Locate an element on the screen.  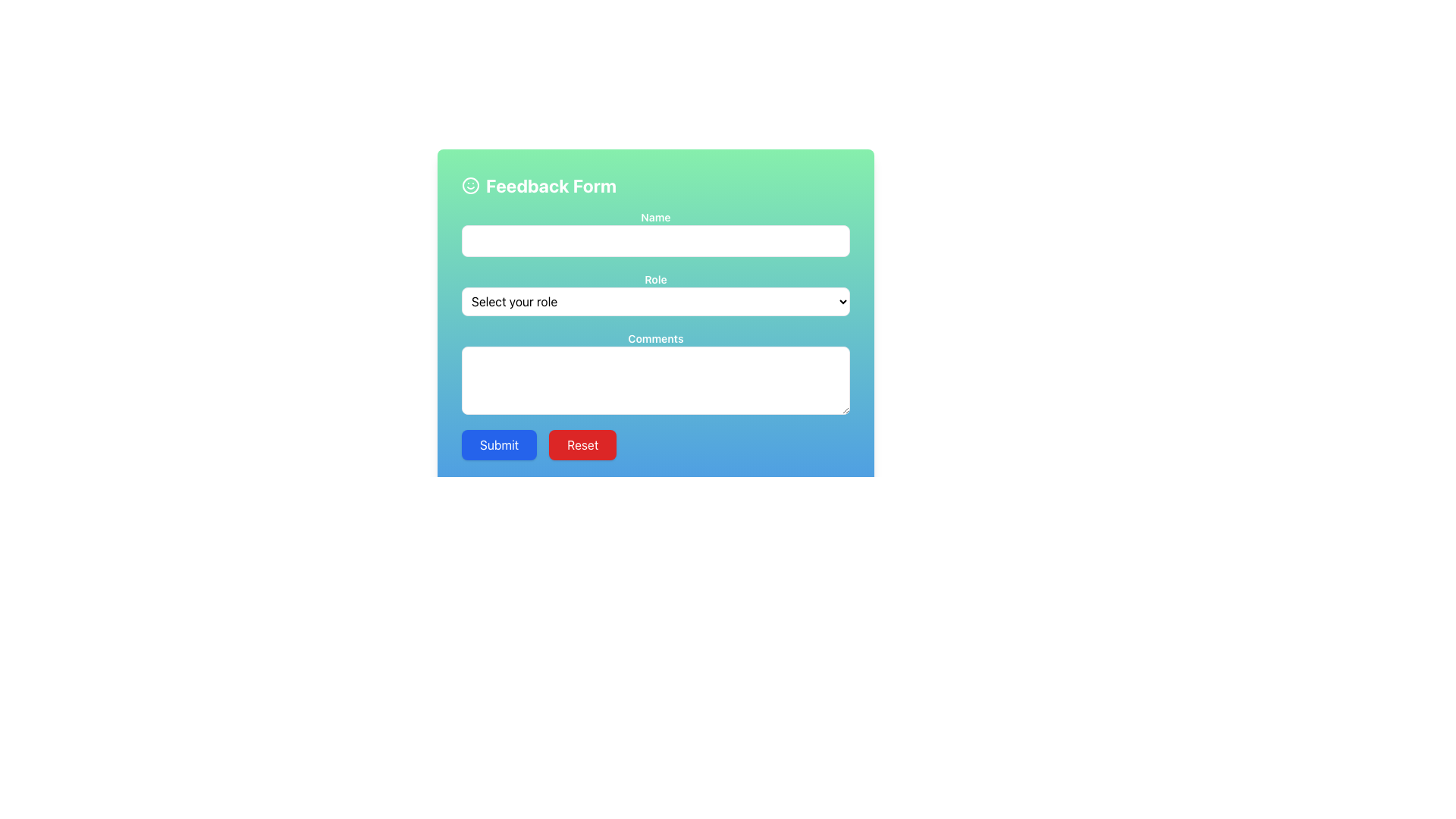
the reset button located to the right of the blue 'Submit' button to observe the hover effect is located at coordinates (582, 444).